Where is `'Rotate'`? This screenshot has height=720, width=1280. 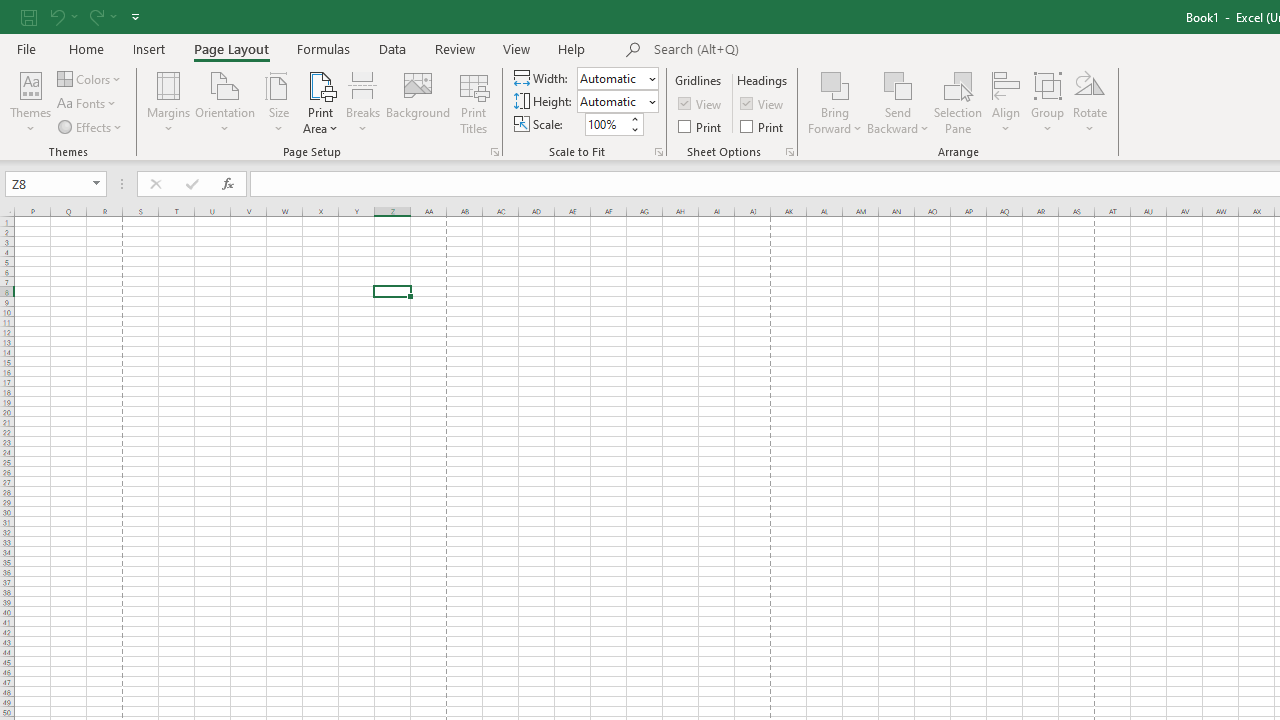 'Rotate' is located at coordinates (1088, 103).